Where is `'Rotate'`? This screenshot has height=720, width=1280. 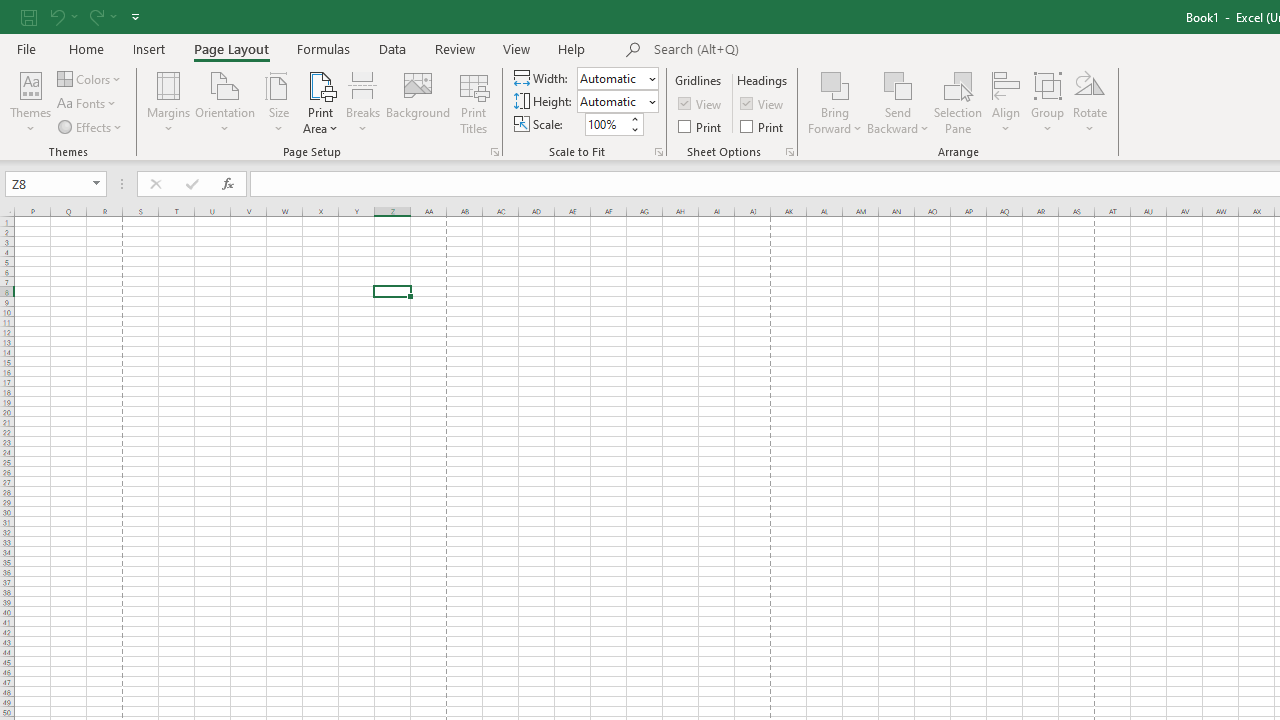 'Rotate' is located at coordinates (1088, 103).